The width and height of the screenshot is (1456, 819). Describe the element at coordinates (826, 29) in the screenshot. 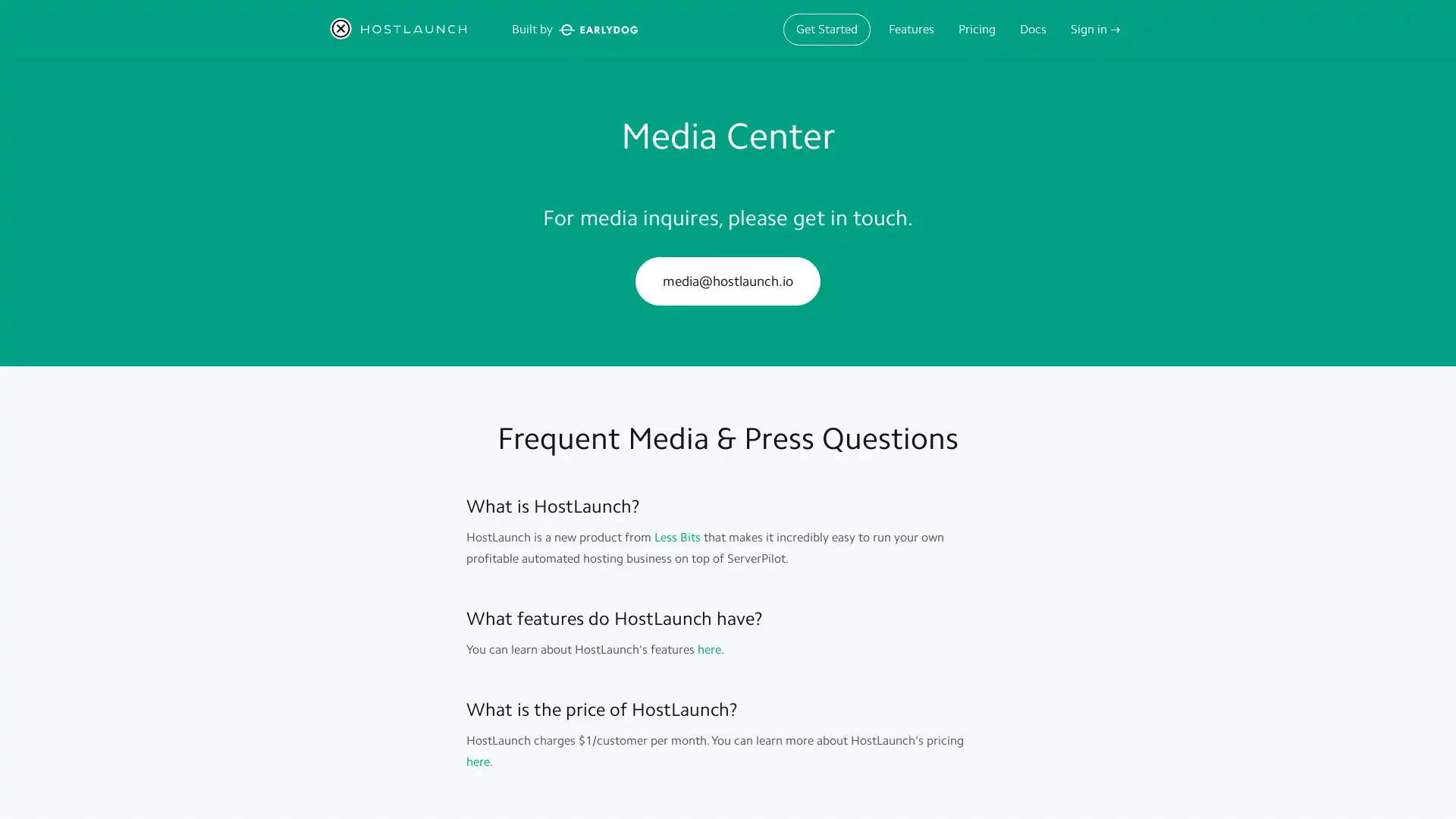

I see `Get Started` at that location.